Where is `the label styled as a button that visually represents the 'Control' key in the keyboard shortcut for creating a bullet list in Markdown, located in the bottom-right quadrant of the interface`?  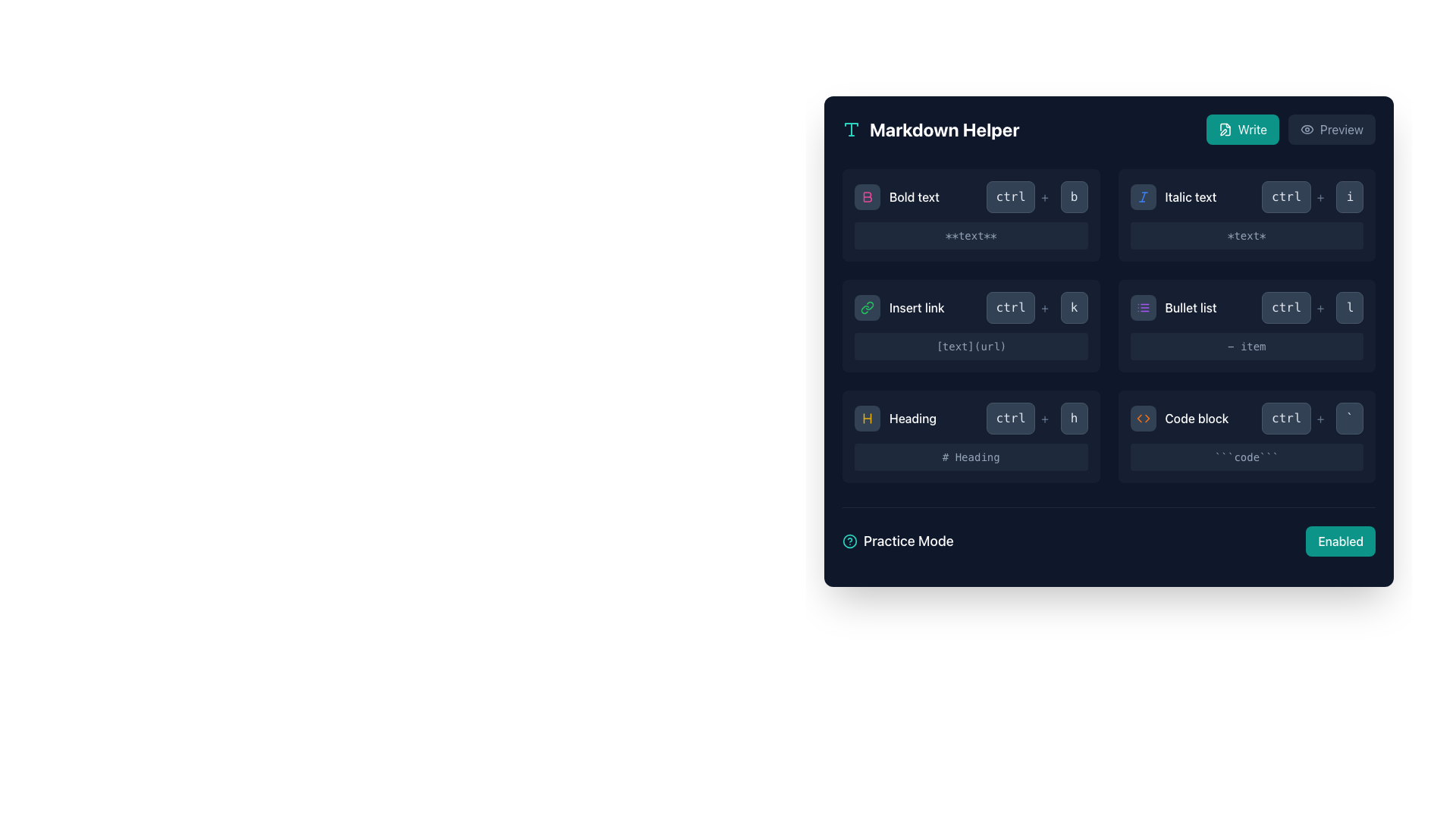 the label styled as a button that visually represents the 'Control' key in the keyboard shortcut for creating a bullet list in Markdown, located in the bottom-right quadrant of the interface is located at coordinates (1285, 307).